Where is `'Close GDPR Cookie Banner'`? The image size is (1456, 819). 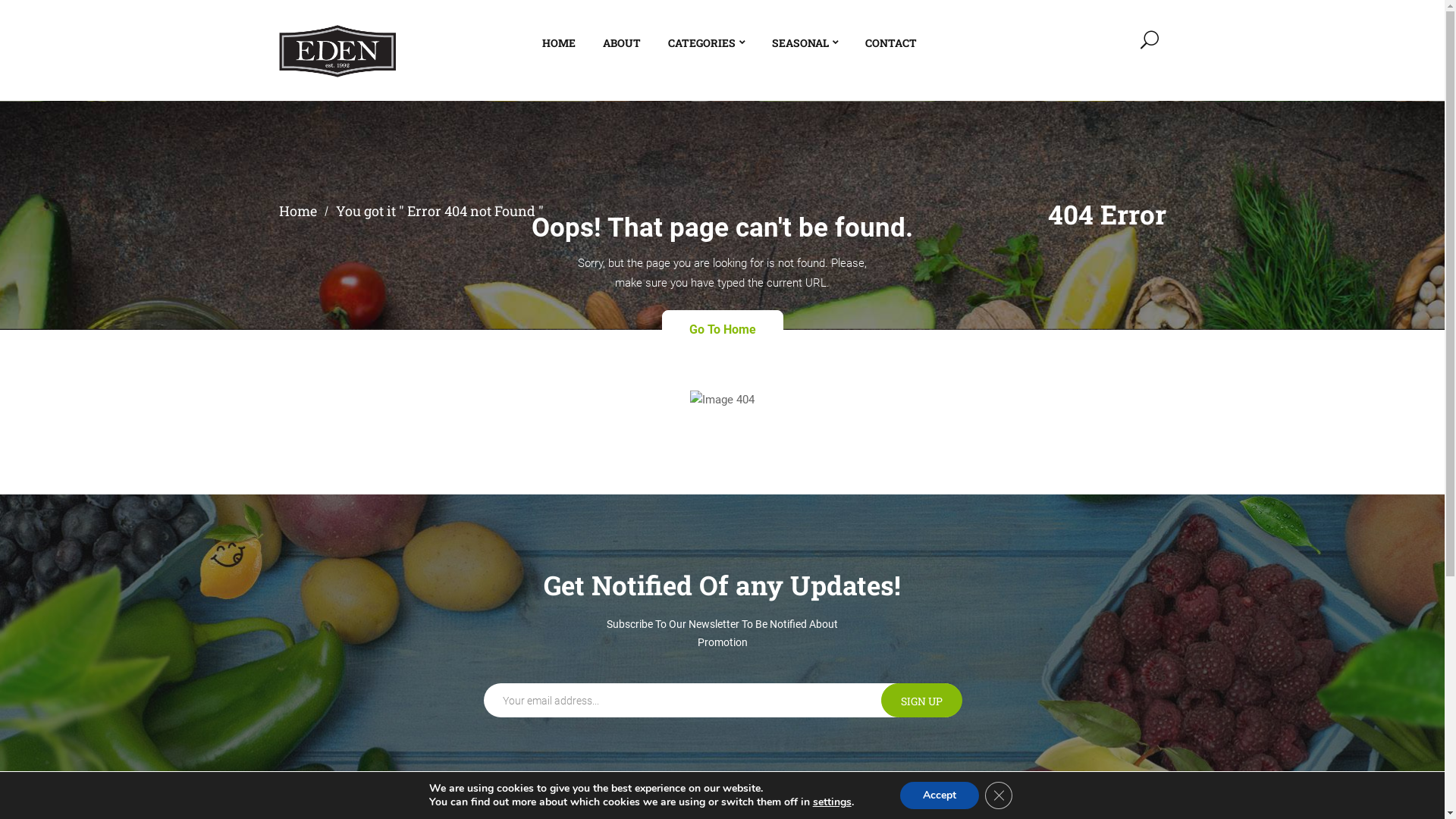 'Close GDPR Cookie Banner' is located at coordinates (998, 795).